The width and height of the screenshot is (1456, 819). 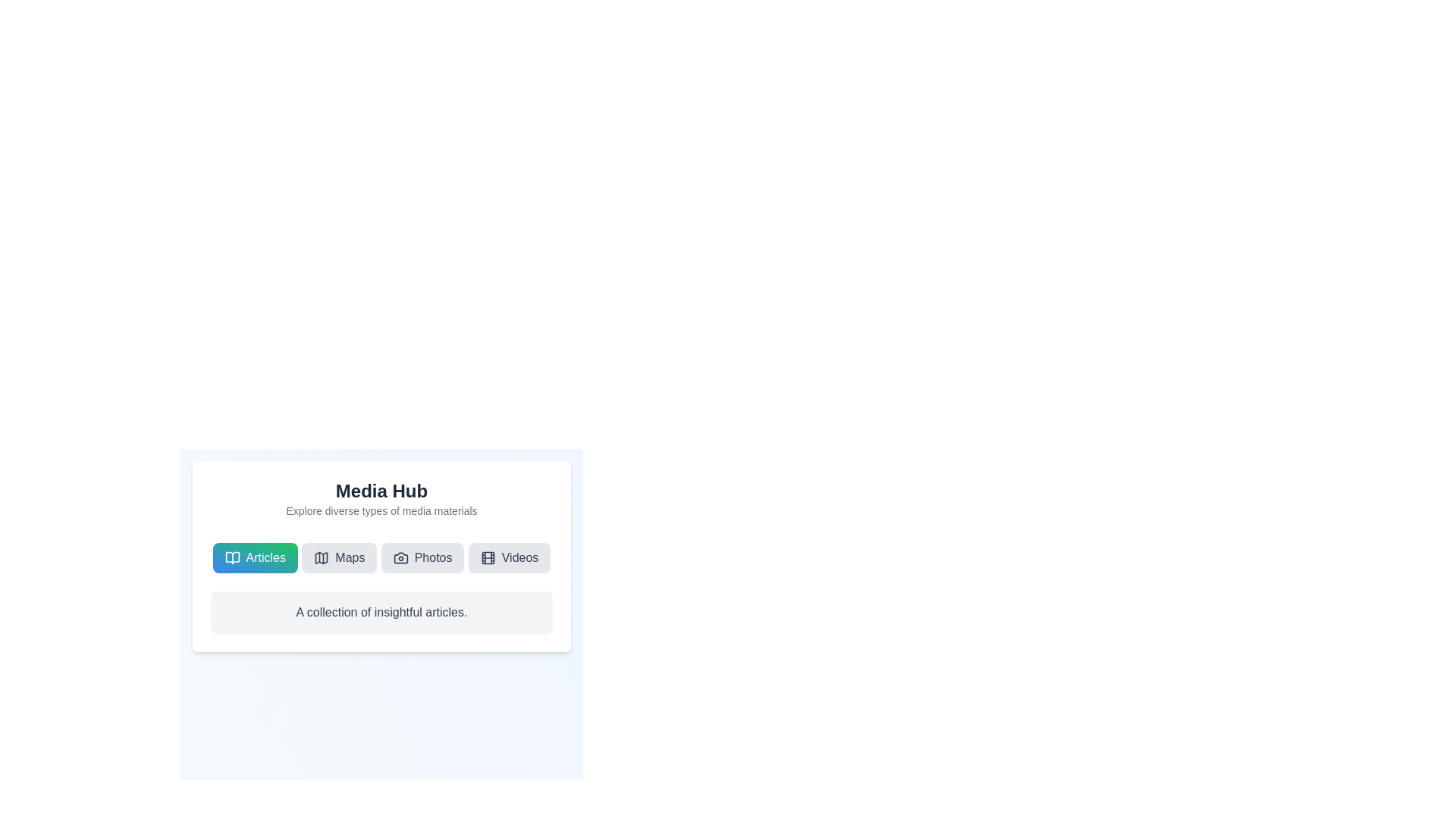 I want to click on text label that describes the button's purpose for navigating to articles, located inside the button to the right of the book icon in the Media Hub interface, so click(x=265, y=558).